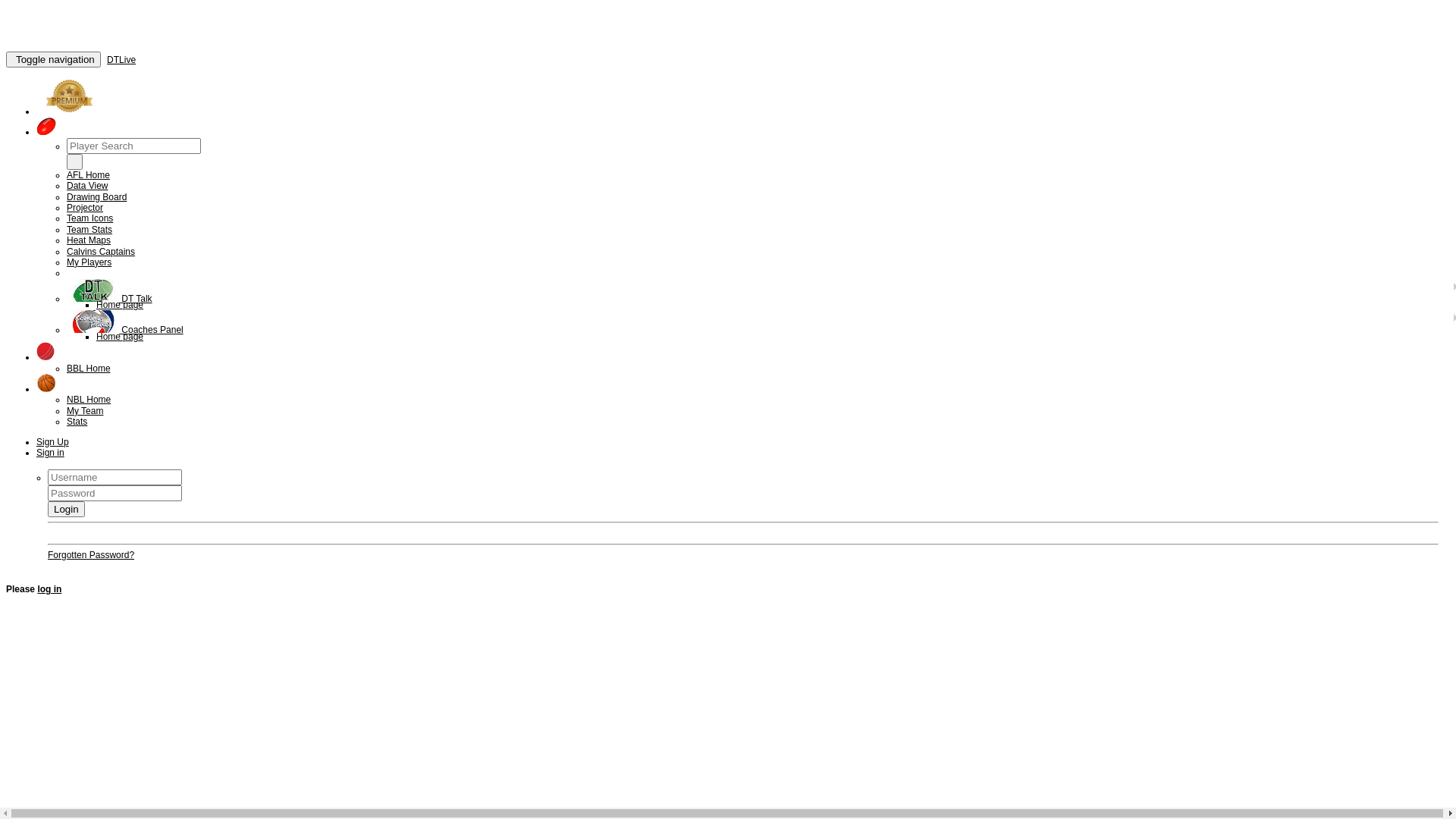 The width and height of the screenshot is (1456, 819). I want to click on 'NBL Home', so click(87, 399).